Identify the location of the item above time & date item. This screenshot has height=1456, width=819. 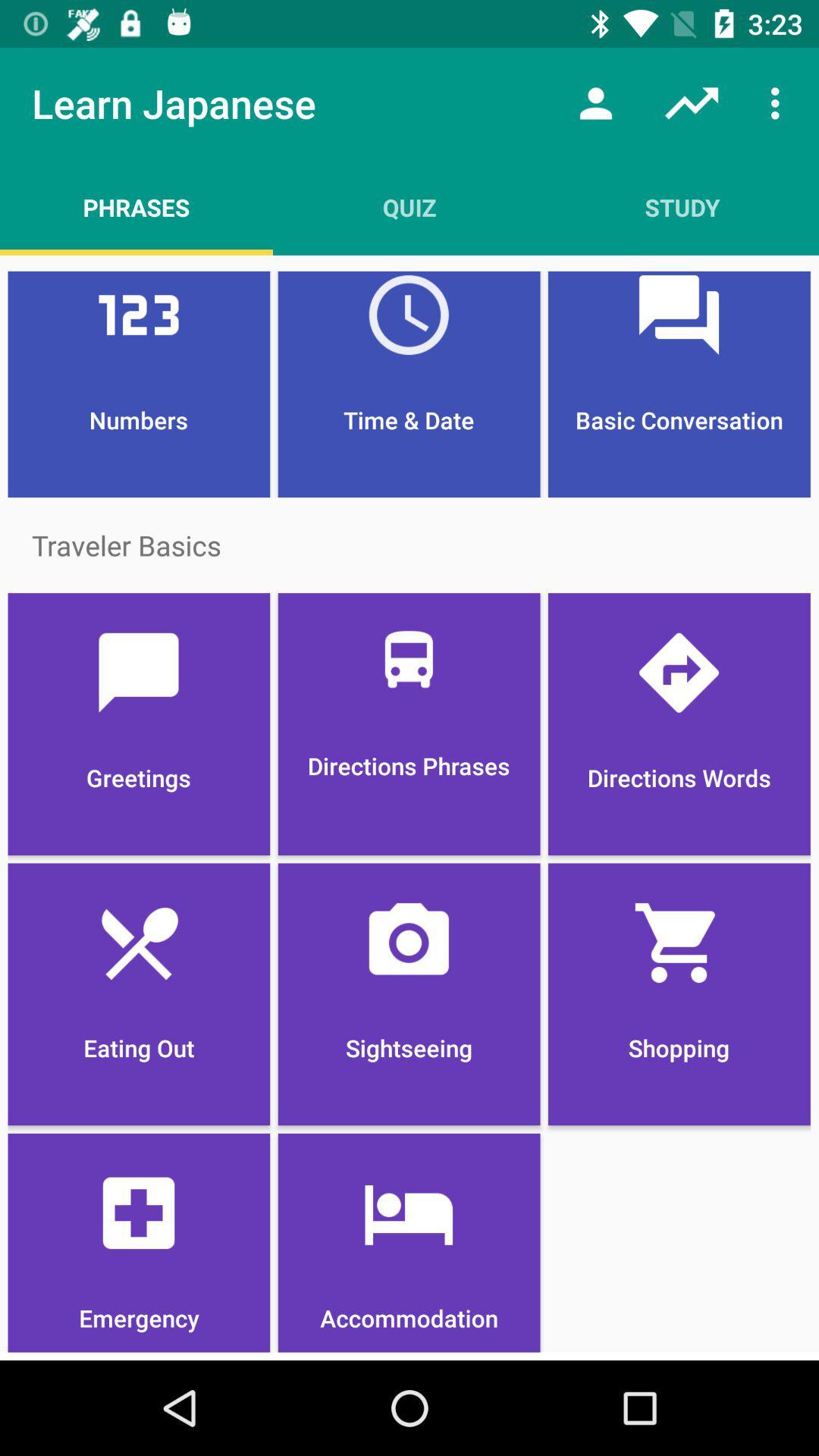
(681, 206).